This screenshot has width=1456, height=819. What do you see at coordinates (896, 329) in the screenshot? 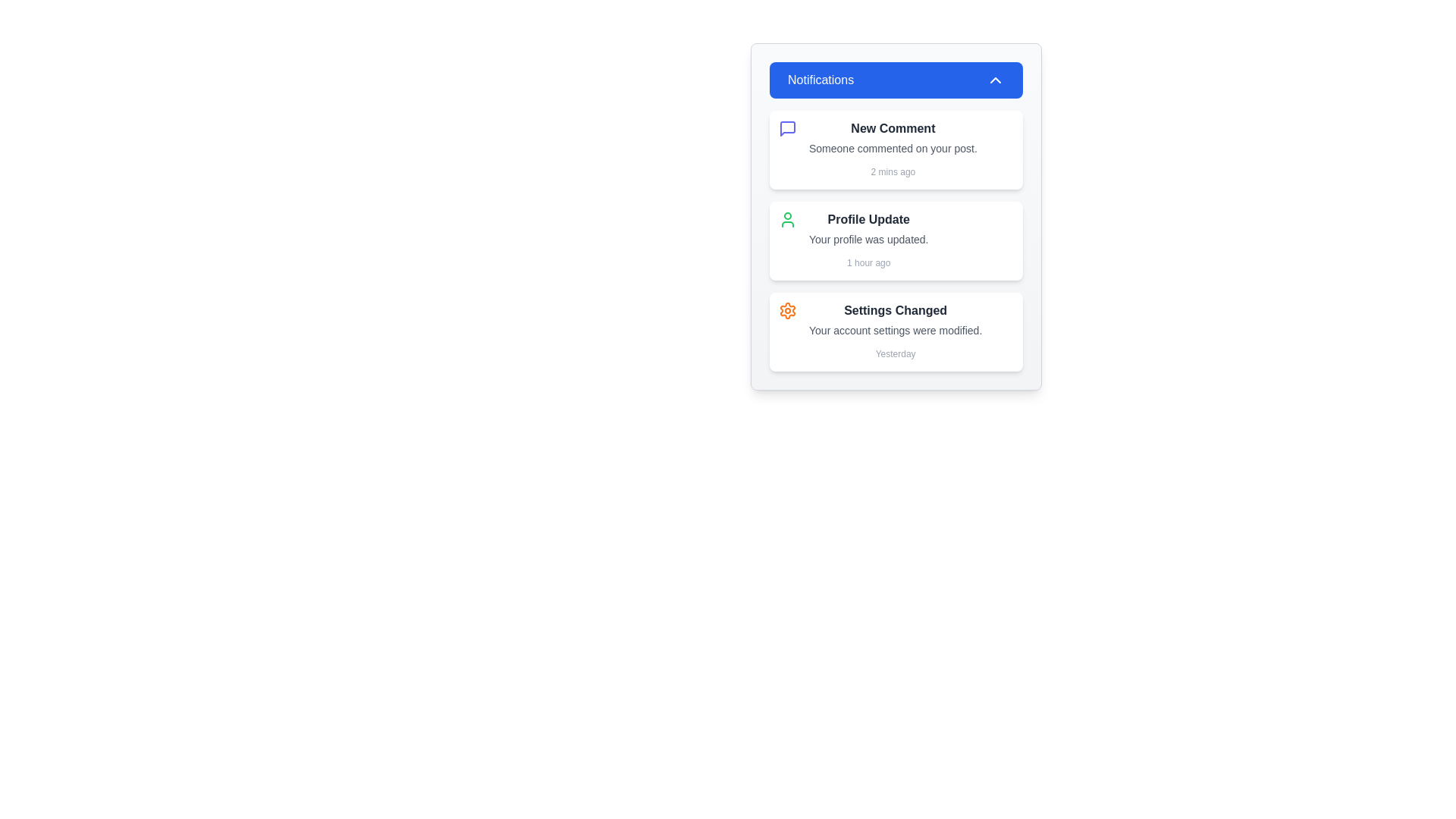
I see `the descriptive text in the notification card that informs the user about their account settings being modified, located under the title 'Settings Changed.'` at bounding box center [896, 329].